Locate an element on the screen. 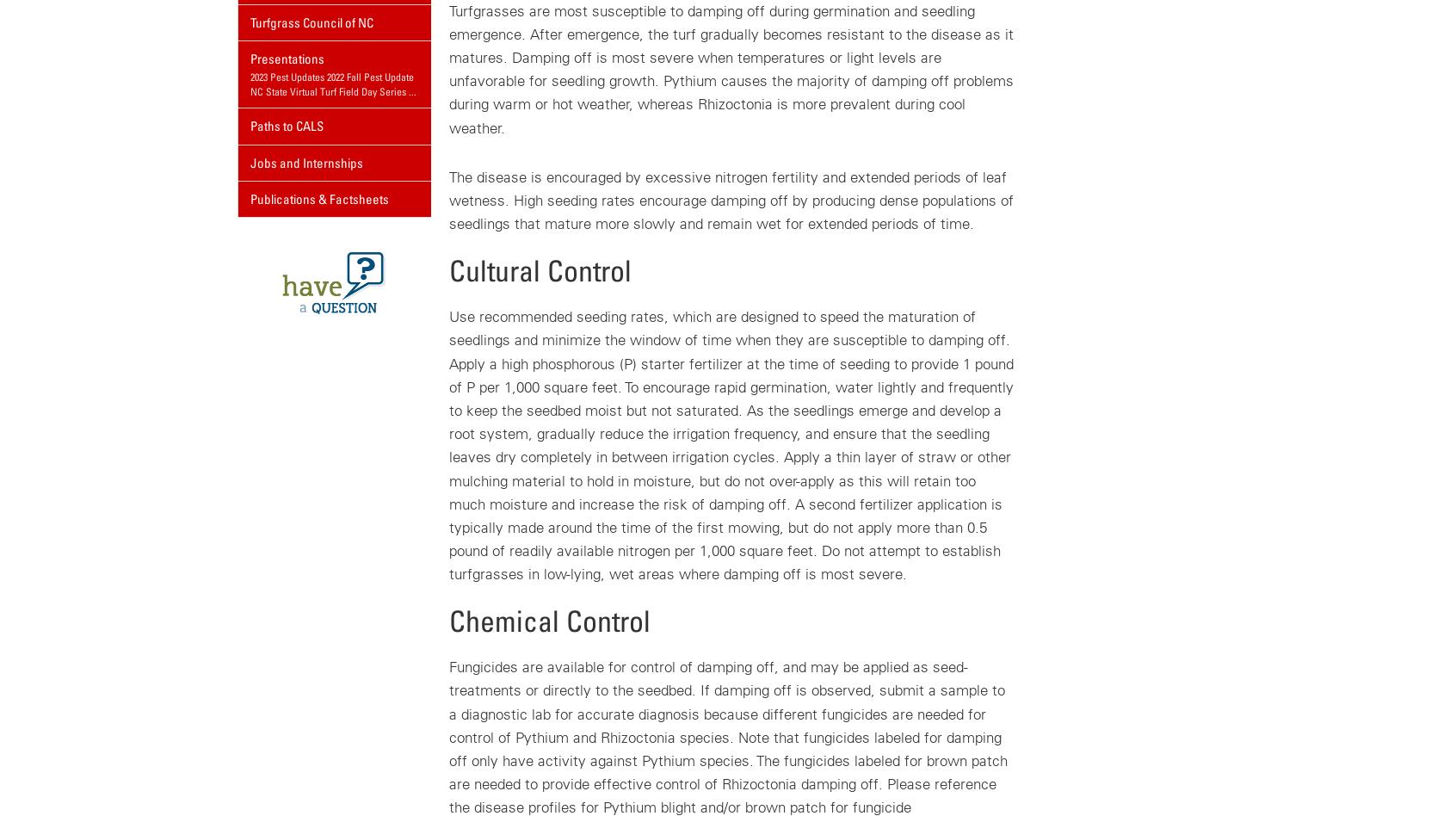 The image size is (1456, 816). 'Chemical Control' is located at coordinates (447, 620).